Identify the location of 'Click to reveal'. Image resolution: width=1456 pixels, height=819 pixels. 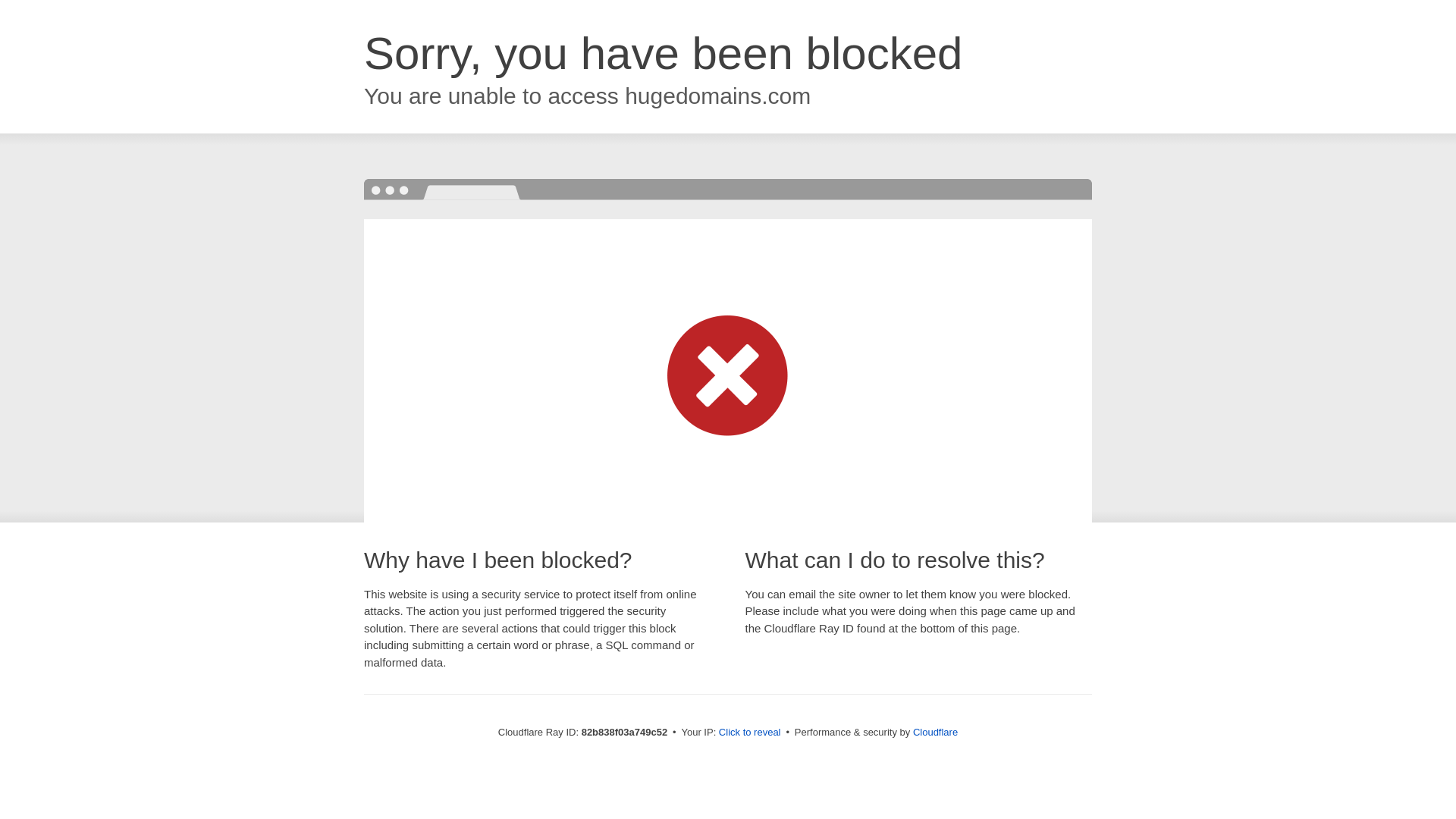
(749, 731).